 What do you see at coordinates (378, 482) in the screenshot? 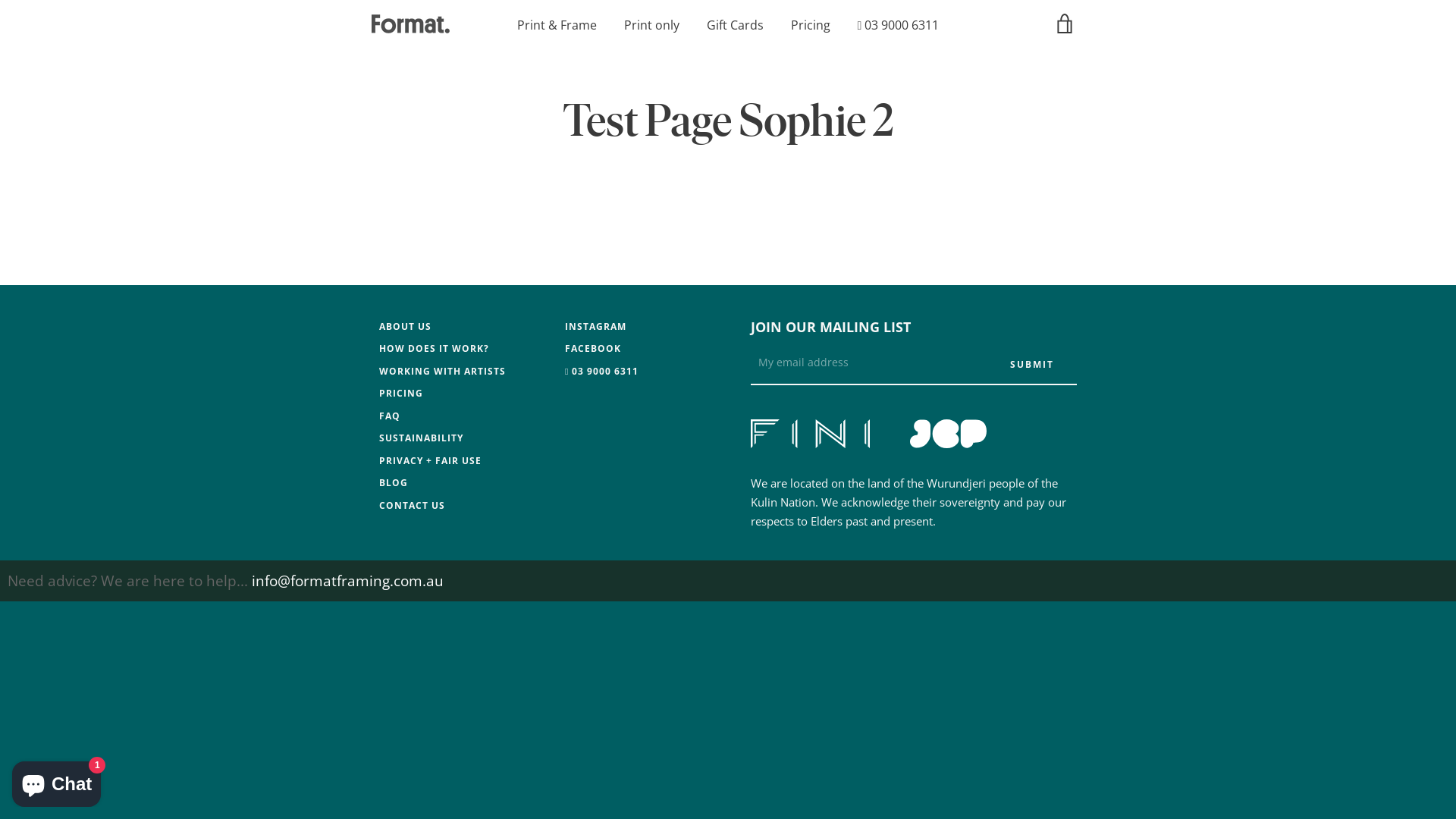
I see `'BLOG'` at bounding box center [378, 482].